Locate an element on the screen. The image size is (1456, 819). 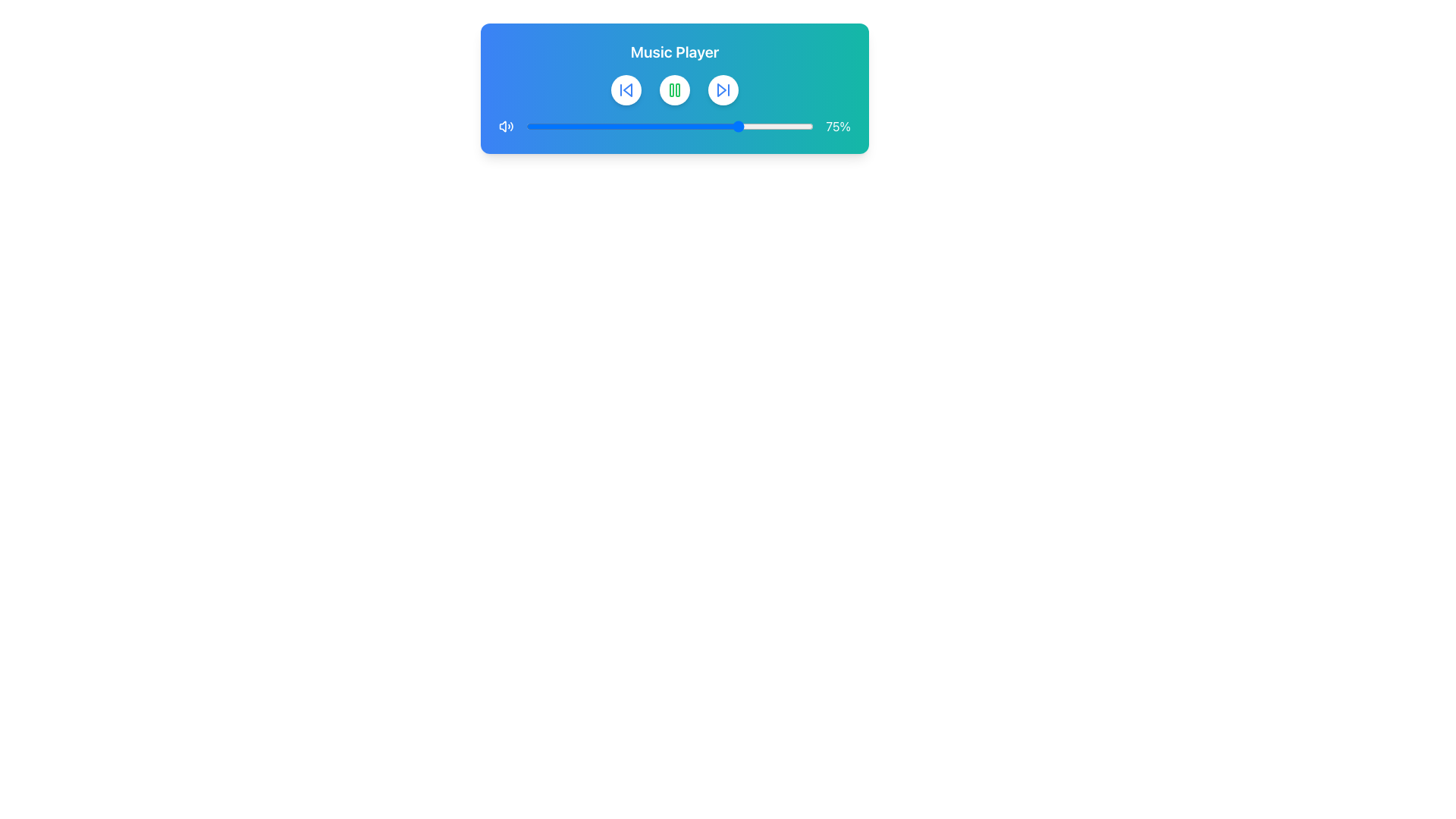
the rightmost graphical icon representing sound waves in the volume control indicator of the music player interface is located at coordinates (511, 125).